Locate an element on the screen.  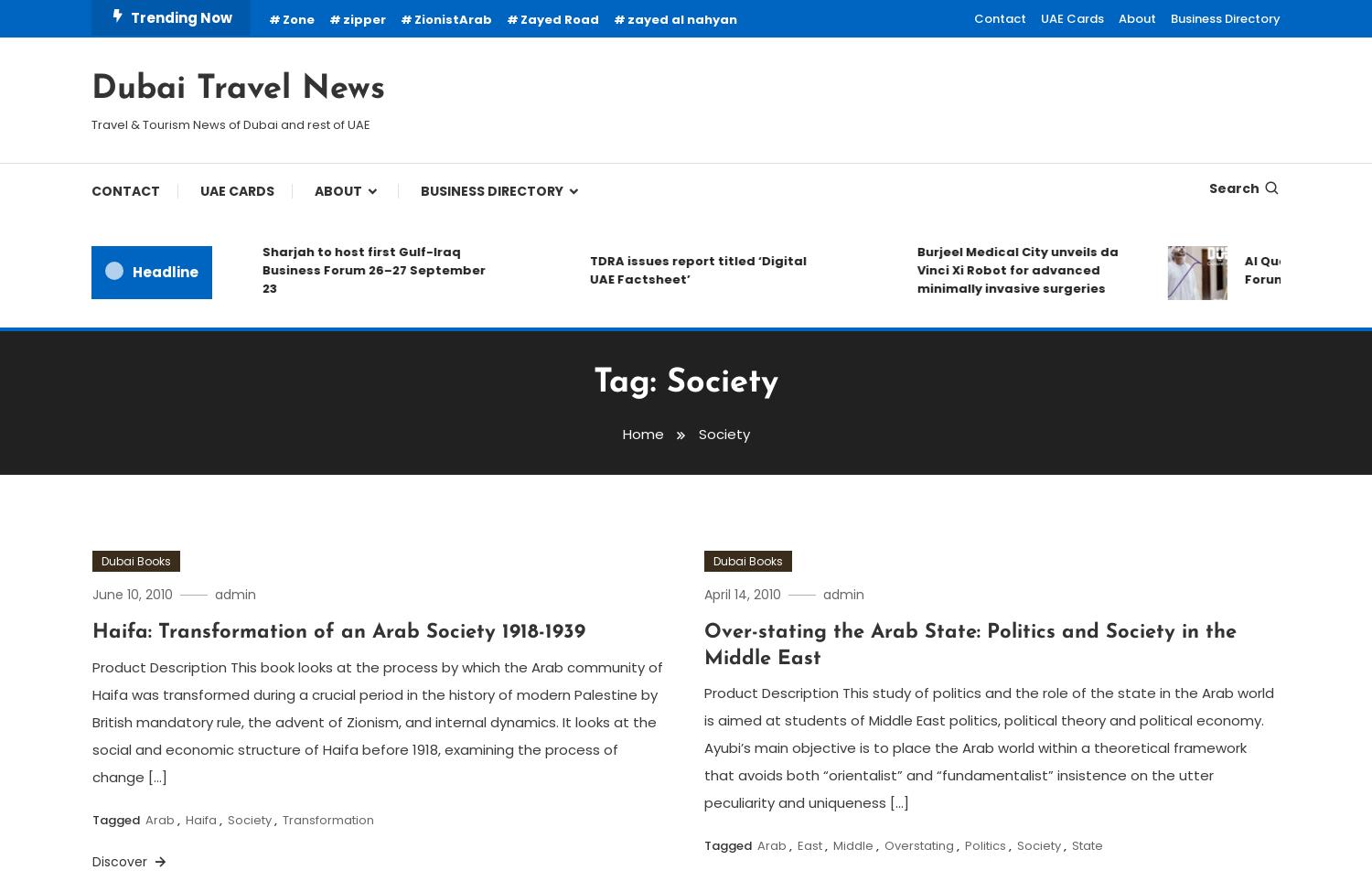
'ZionistArab' is located at coordinates (452, 18).